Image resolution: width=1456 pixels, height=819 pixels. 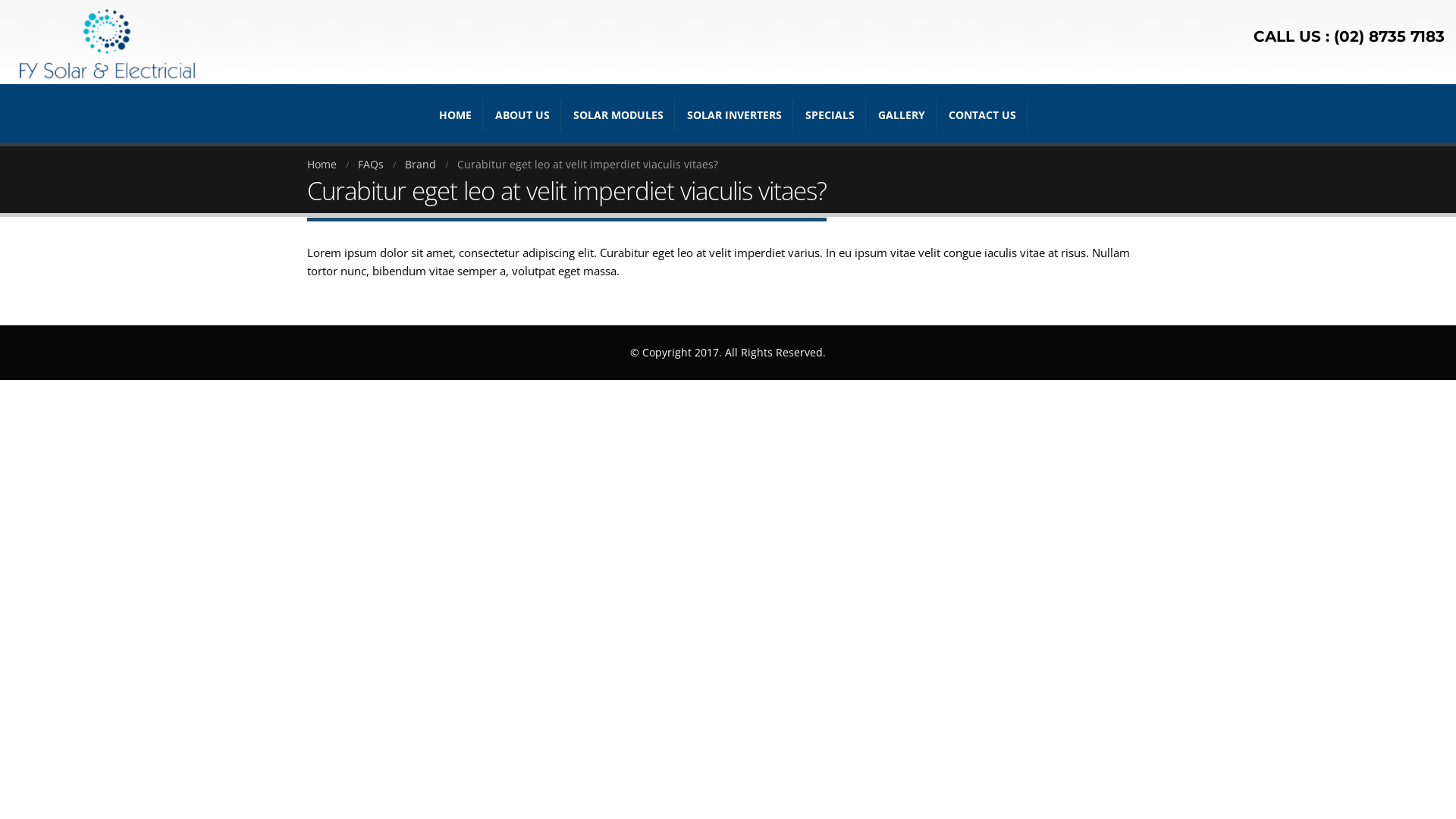 I want to click on 'SOLAR INVERTERS', so click(x=734, y=114).